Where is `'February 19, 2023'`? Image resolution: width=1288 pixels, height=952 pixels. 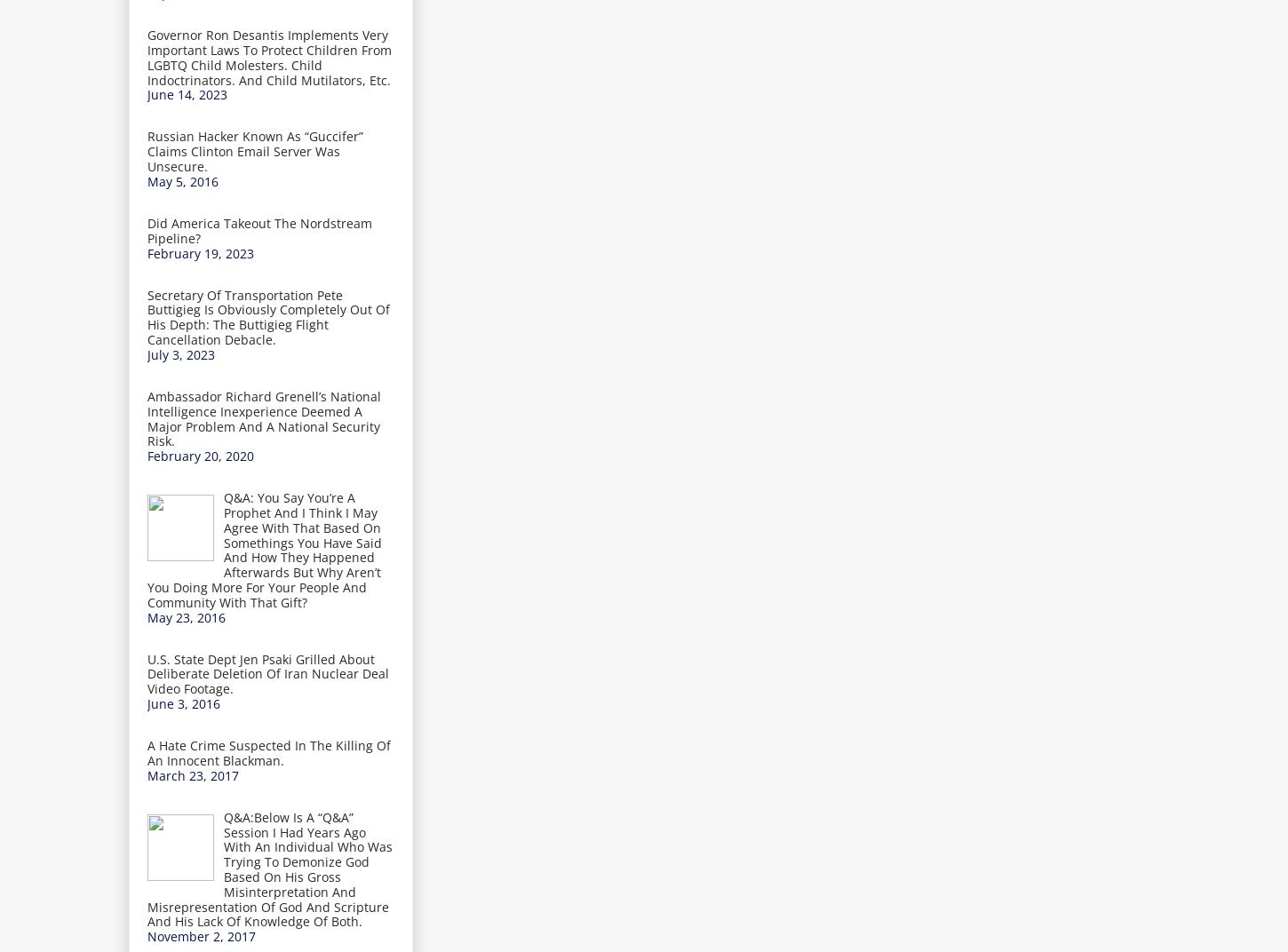 'February 19, 2023' is located at coordinates (200, 251).